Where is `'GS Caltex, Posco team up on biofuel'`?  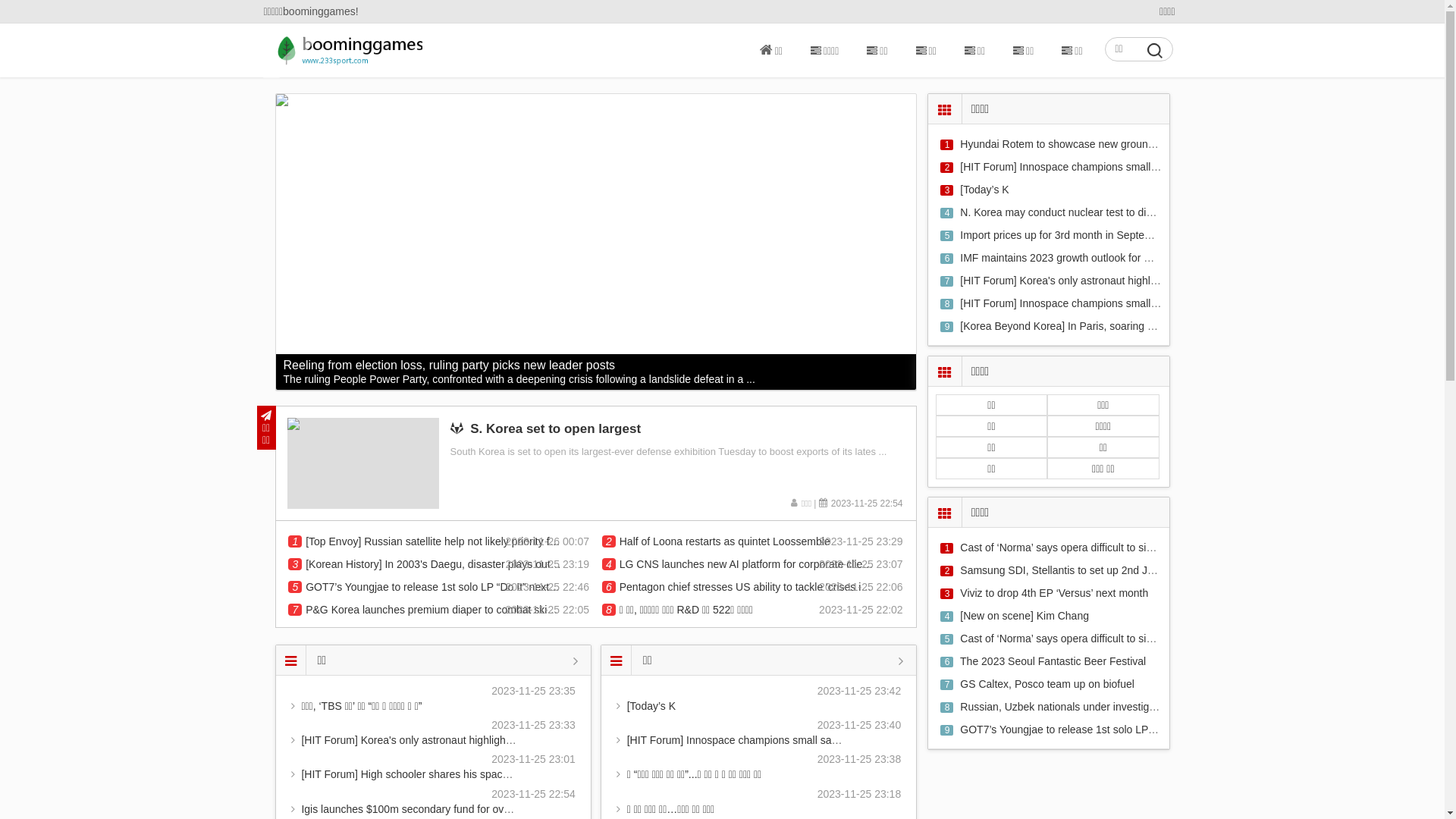
'GS Caltex, Posco team up on biofuel' is located at coordinates (1046, 684).